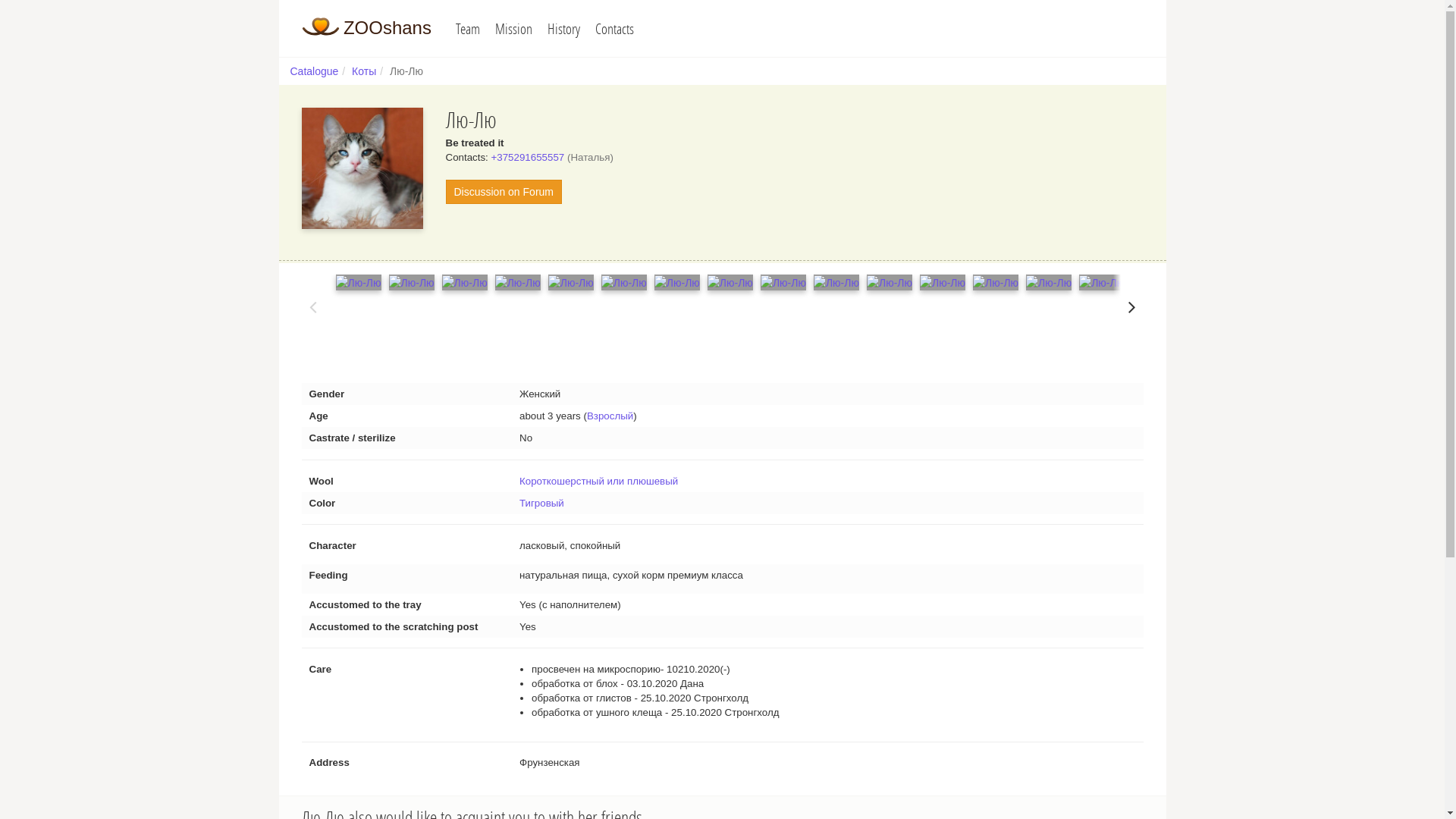 The height and width of the screenshot is (819, 1456). Describe the element at coordinates (488, 28) in the screenshot. I see `'Mission'` at that location.